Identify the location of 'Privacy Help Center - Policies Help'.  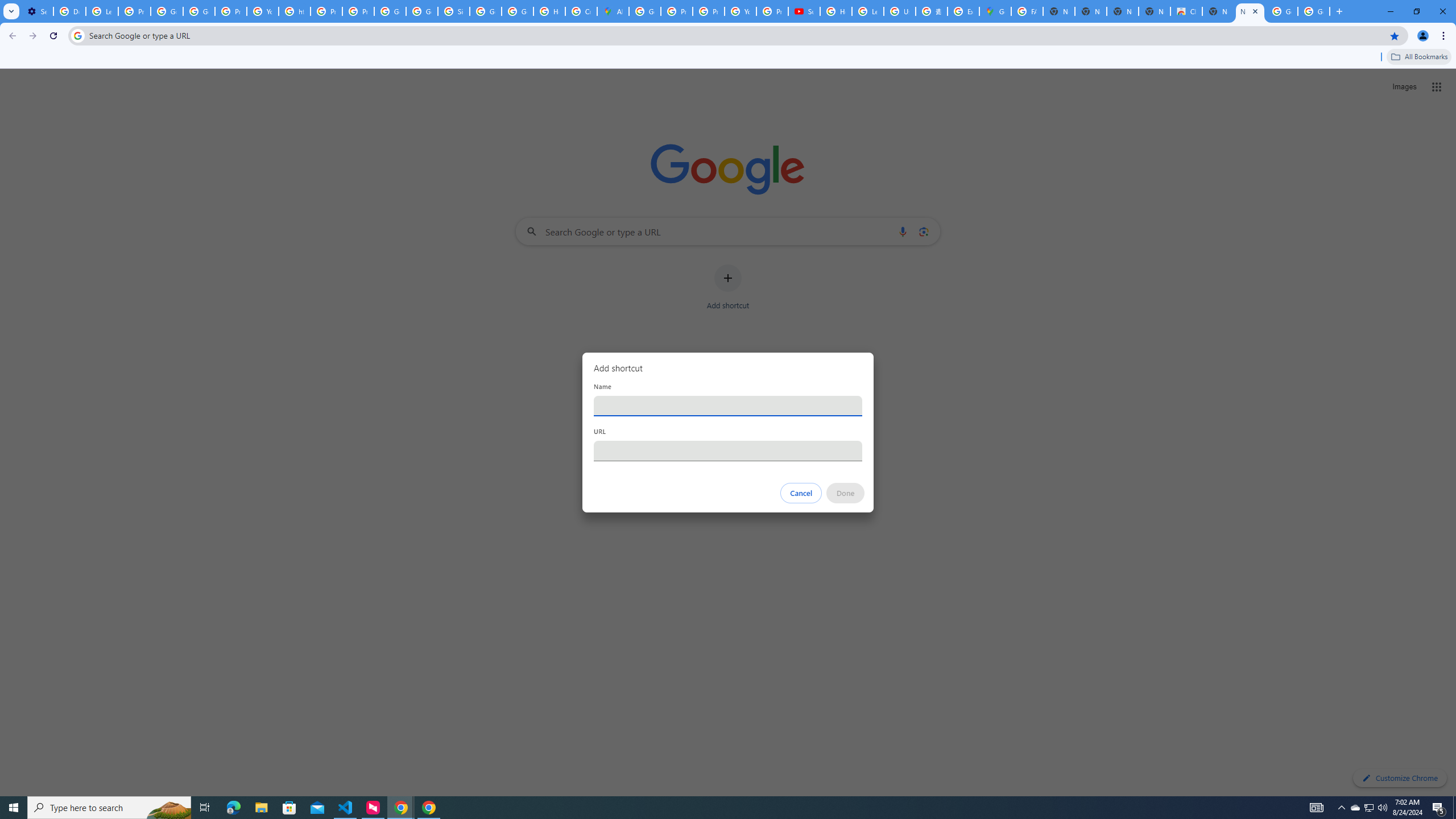
(676, 11).